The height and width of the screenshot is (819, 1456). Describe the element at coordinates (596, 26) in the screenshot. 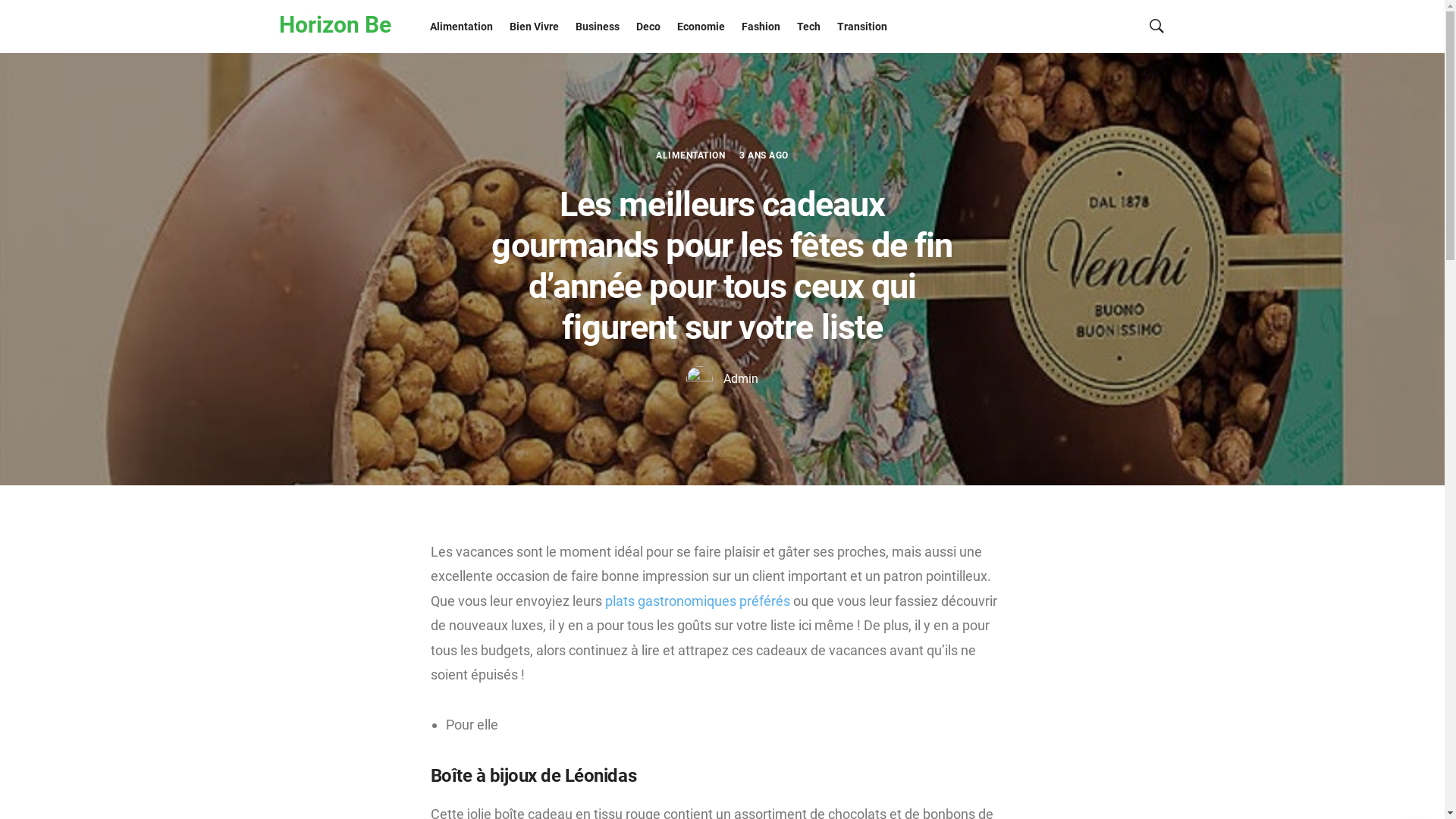

I see `'Business'` at that location.